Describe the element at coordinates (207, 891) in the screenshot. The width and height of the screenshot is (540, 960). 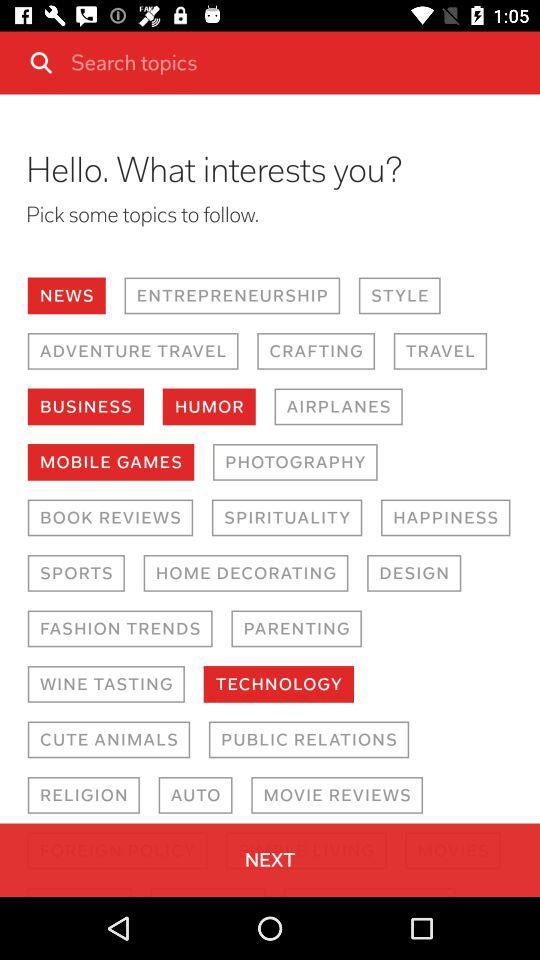
I see `the icon to the right of the science item` at that location.